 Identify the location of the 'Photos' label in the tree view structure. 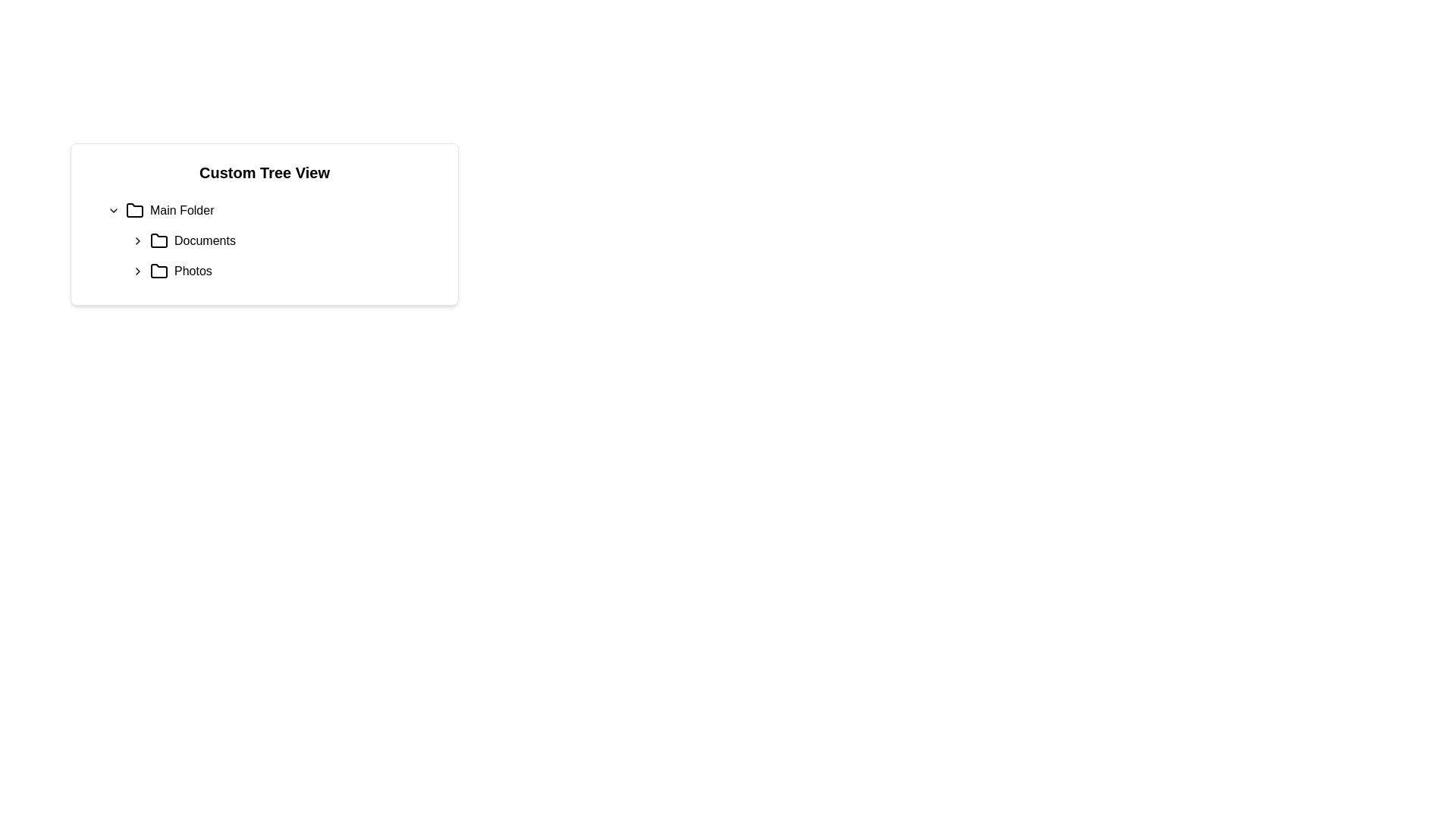
(192, 271).